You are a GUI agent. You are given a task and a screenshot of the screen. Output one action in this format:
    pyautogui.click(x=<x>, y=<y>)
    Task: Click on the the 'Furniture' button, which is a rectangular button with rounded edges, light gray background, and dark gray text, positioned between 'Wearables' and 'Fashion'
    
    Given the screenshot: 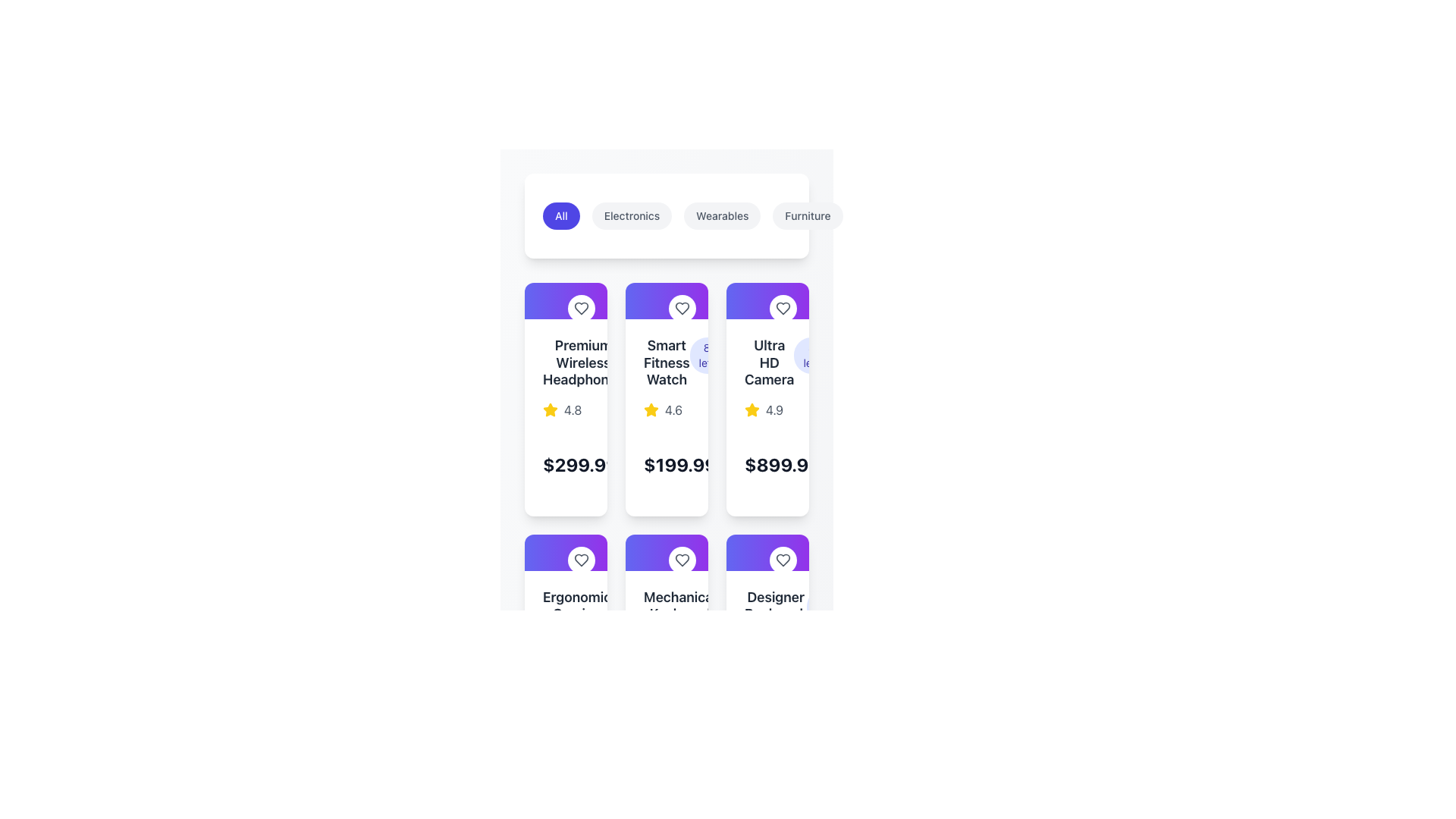 What is the action you would take?
    pyautogui.click(x=807, y=216)
    